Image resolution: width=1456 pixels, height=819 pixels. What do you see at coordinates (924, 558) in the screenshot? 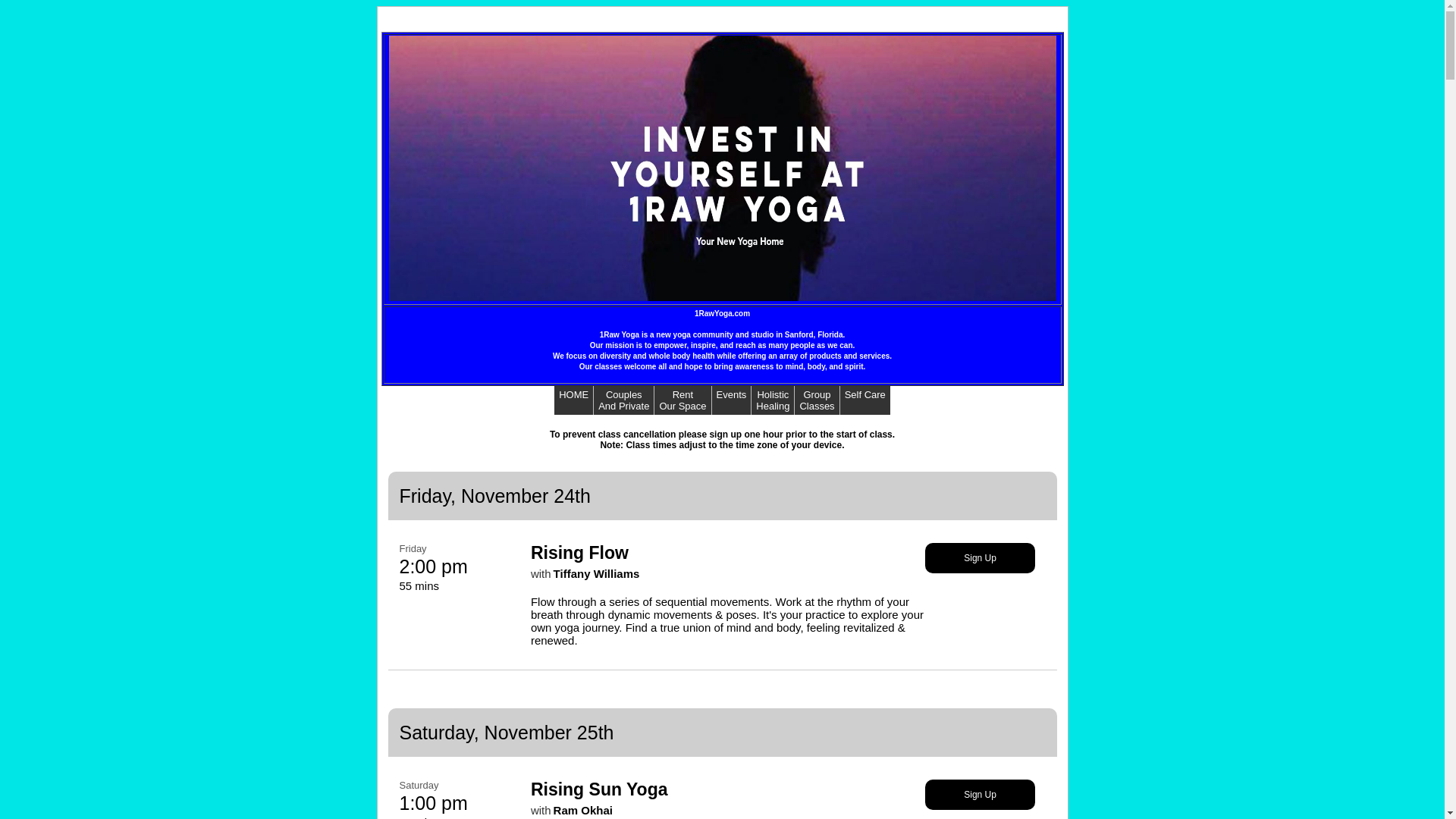
I see `'Sign Up'` at bounding box center [924, 558].